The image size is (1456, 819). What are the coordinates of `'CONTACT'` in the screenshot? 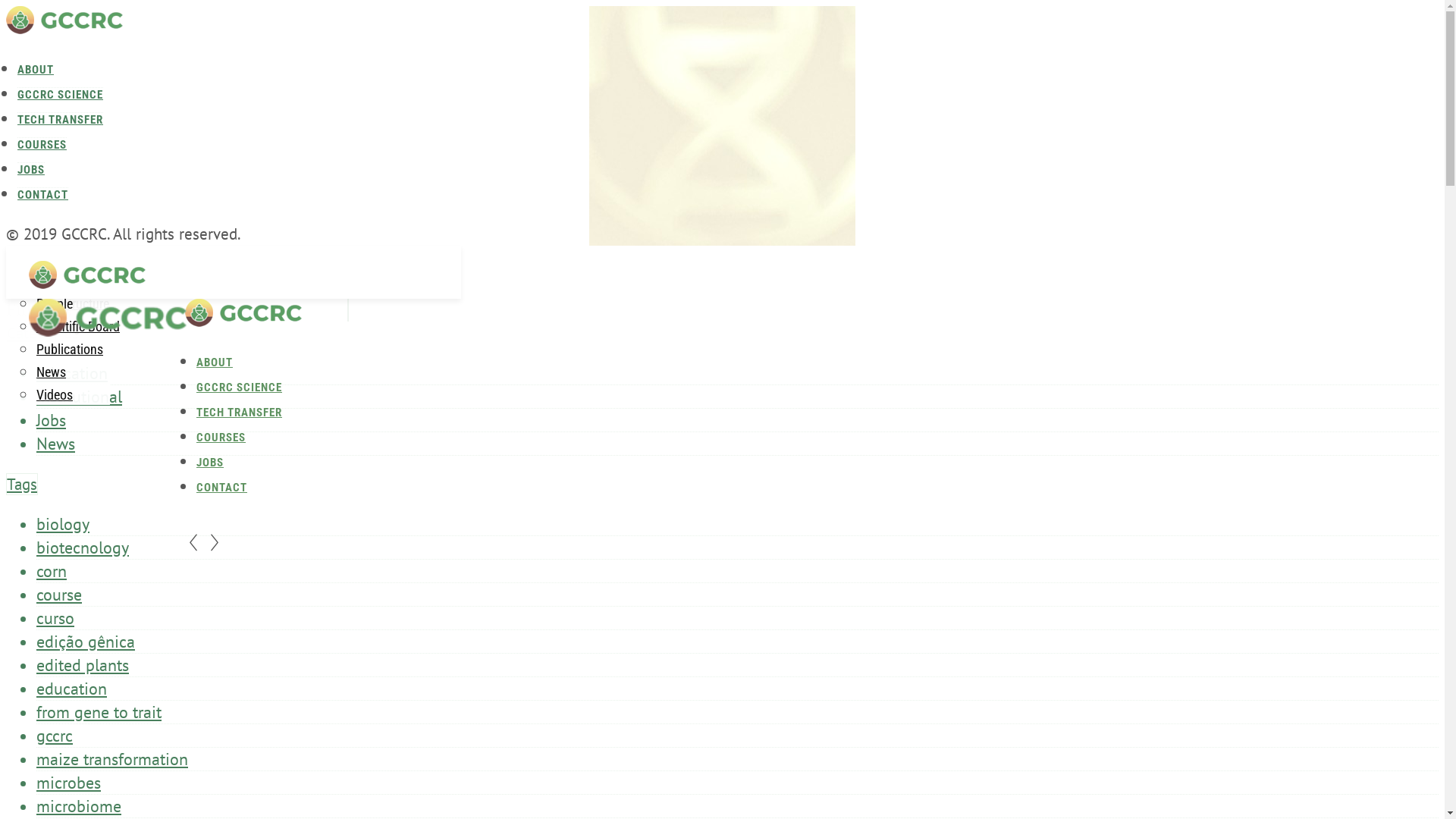 It's located at (17, 193).